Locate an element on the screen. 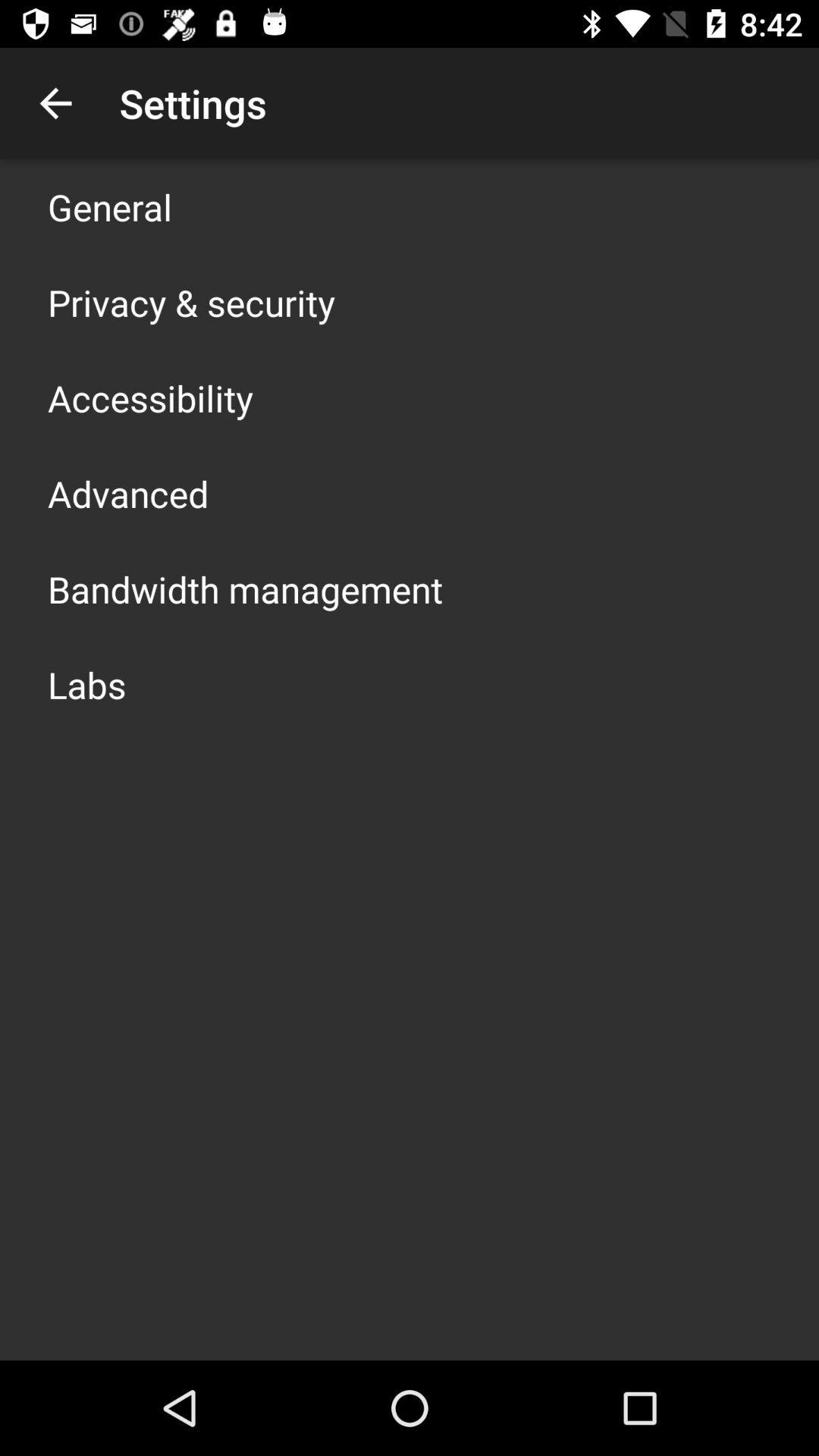 The image size is (819, 1456). the app below the bandwidth management icon is located at coordinates (86, 683).